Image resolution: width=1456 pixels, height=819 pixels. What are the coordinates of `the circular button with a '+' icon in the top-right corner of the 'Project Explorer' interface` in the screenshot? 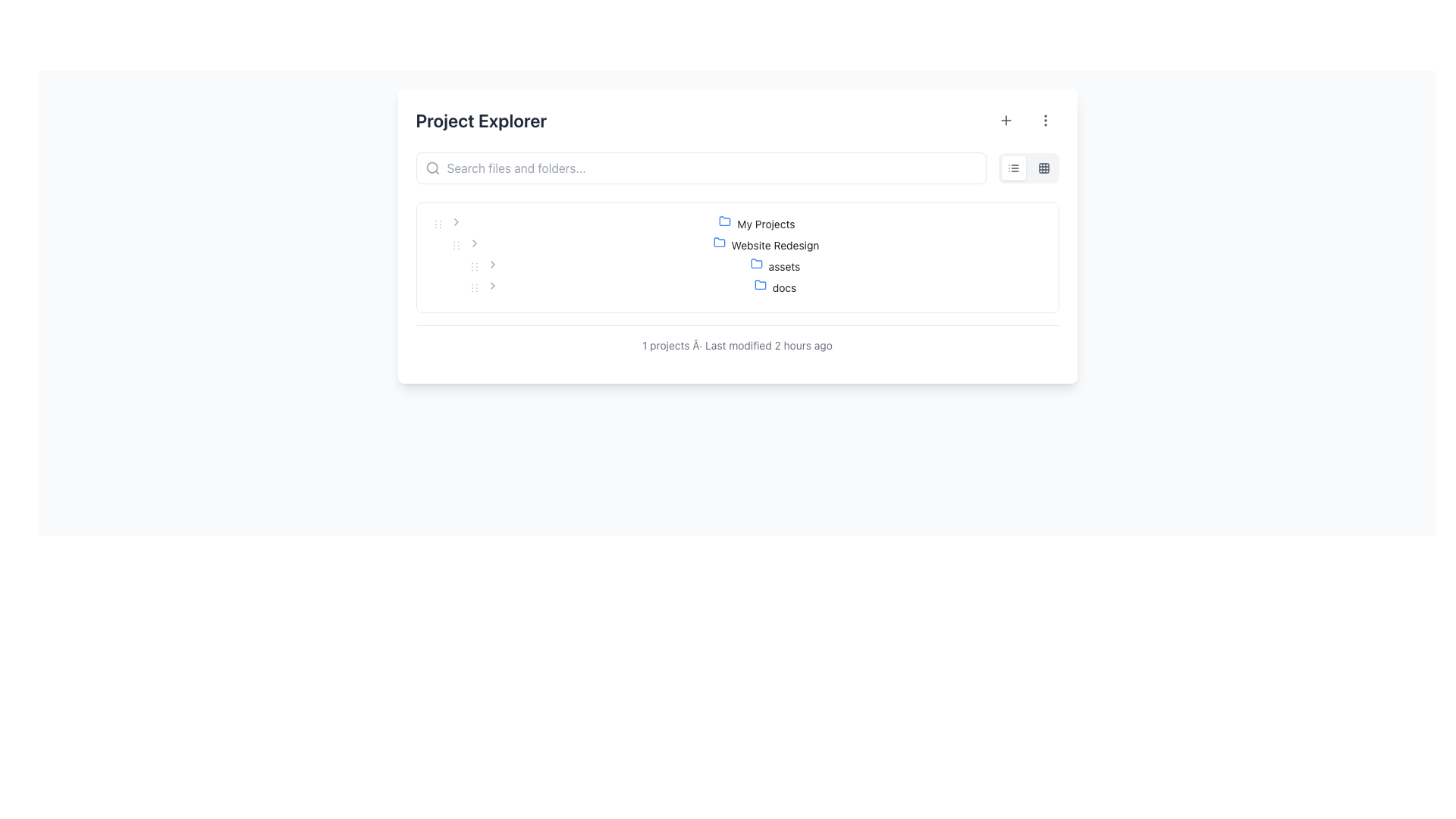 It's located at (1006, 119).